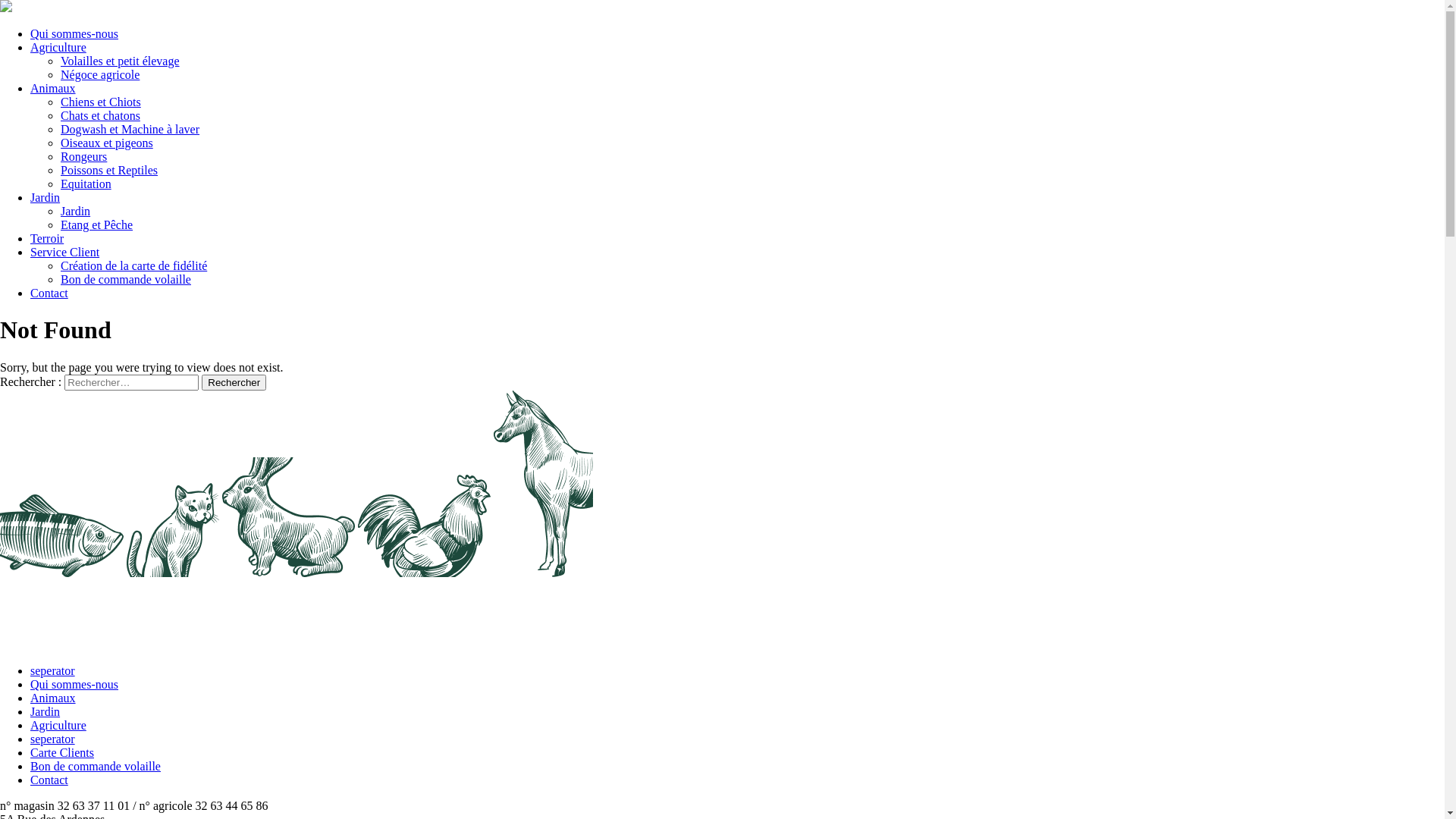 The width and height of the screenshot is (1456, 819). What do you see at coordinates (85, 183) in the screenshot?
I see `'Equitation'` at bounding box center [85, 183].